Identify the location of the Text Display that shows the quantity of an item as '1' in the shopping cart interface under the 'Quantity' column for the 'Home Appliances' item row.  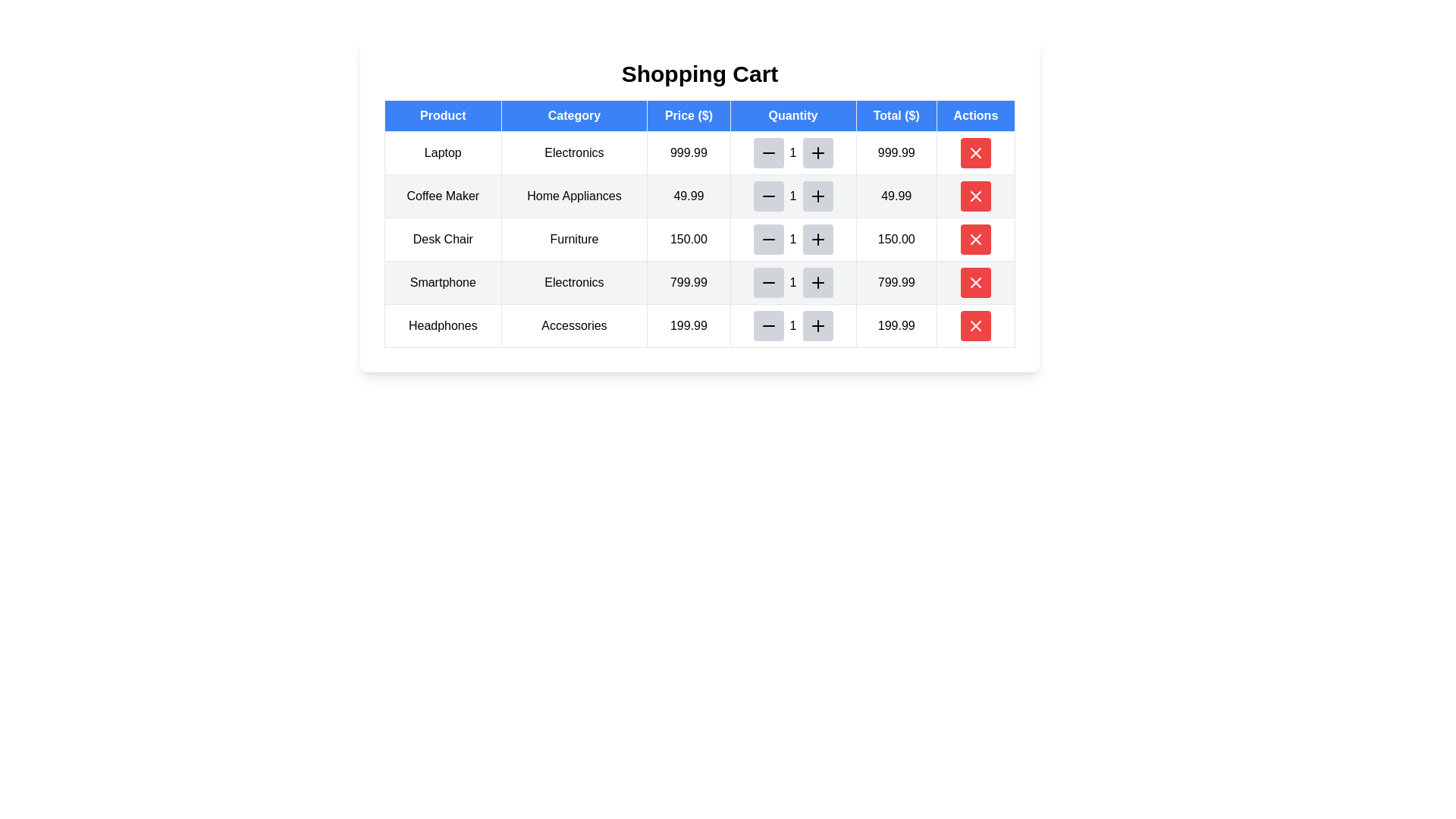
(792, 195).